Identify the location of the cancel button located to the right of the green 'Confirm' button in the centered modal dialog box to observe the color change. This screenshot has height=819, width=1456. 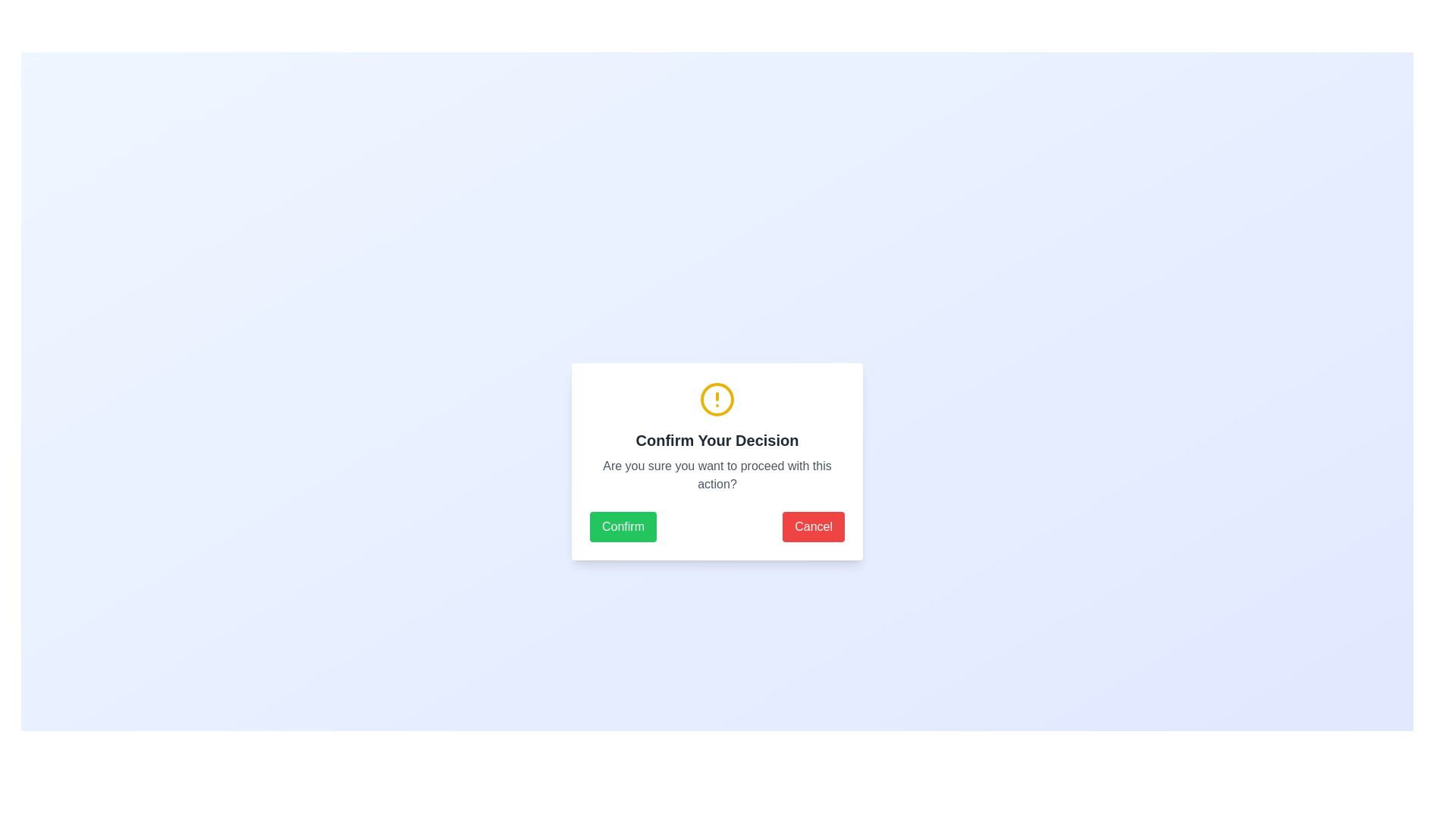
(813, 526).